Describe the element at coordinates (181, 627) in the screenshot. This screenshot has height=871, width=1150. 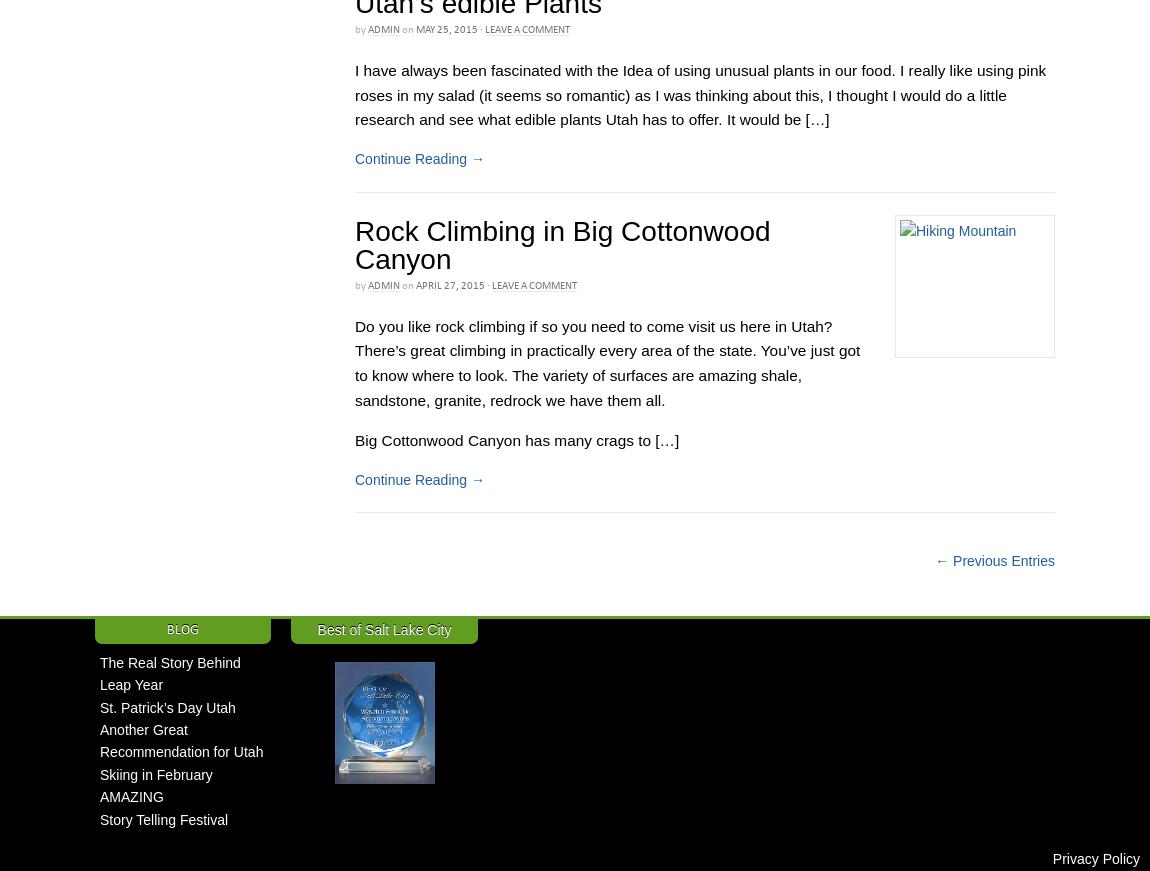
I see `'Blog'` at that location.